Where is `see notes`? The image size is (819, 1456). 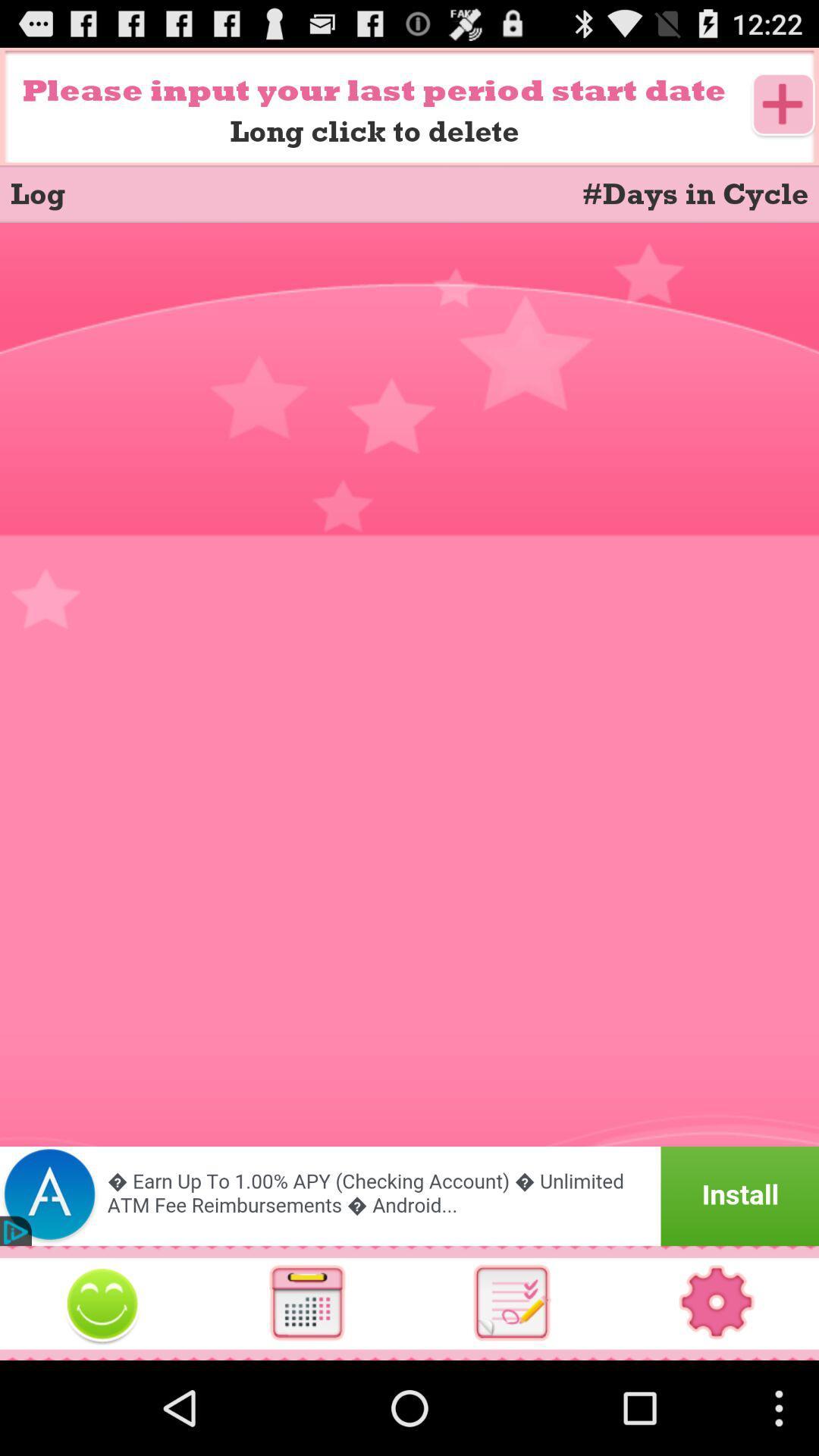 see notes is located at coordinates (512, 1302).